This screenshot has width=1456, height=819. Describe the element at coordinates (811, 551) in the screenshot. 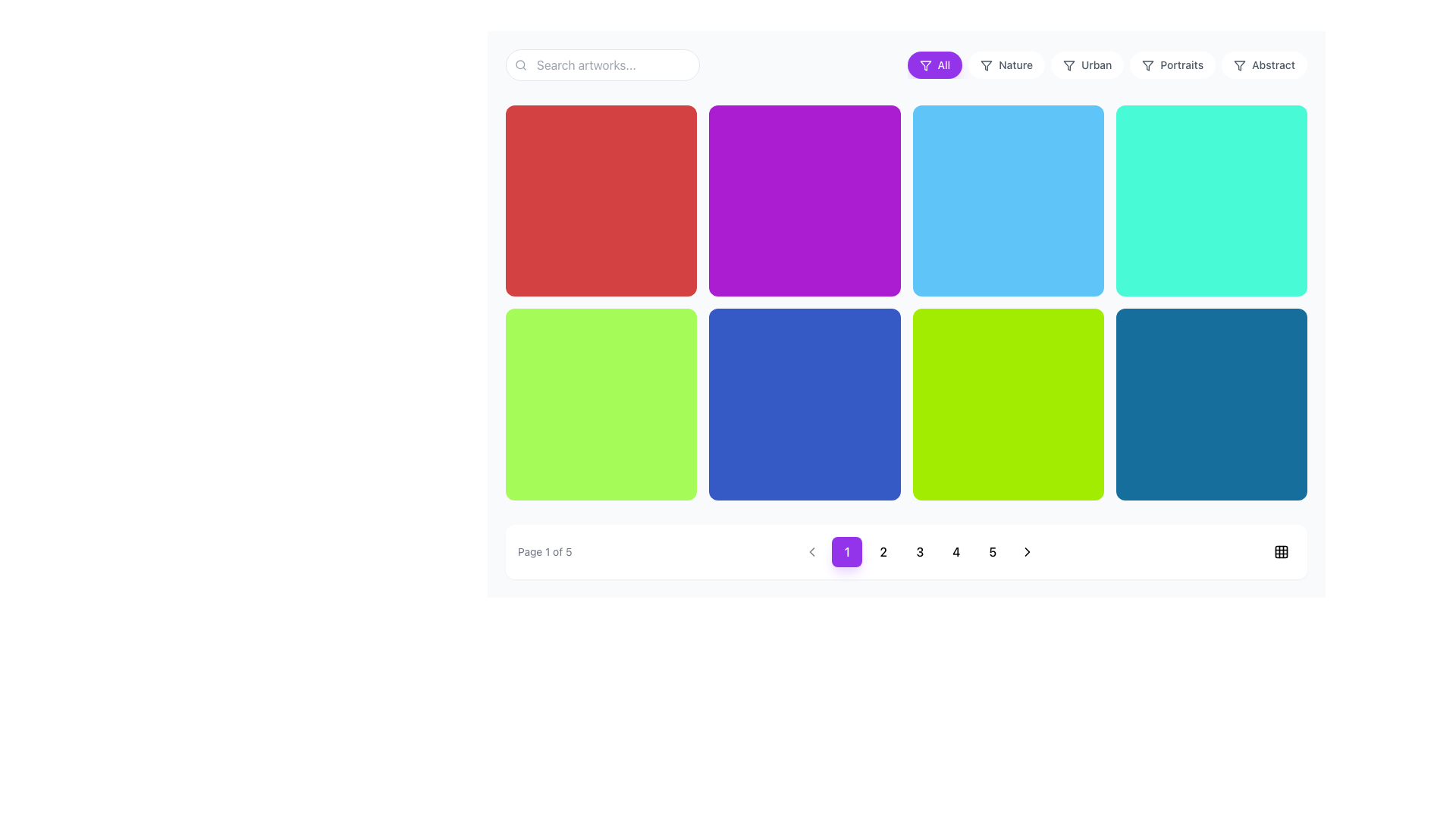

I see `the small square button with a left-pointing chevron icon located immediately to the left of the '1' page button in the pagination control` at that location.